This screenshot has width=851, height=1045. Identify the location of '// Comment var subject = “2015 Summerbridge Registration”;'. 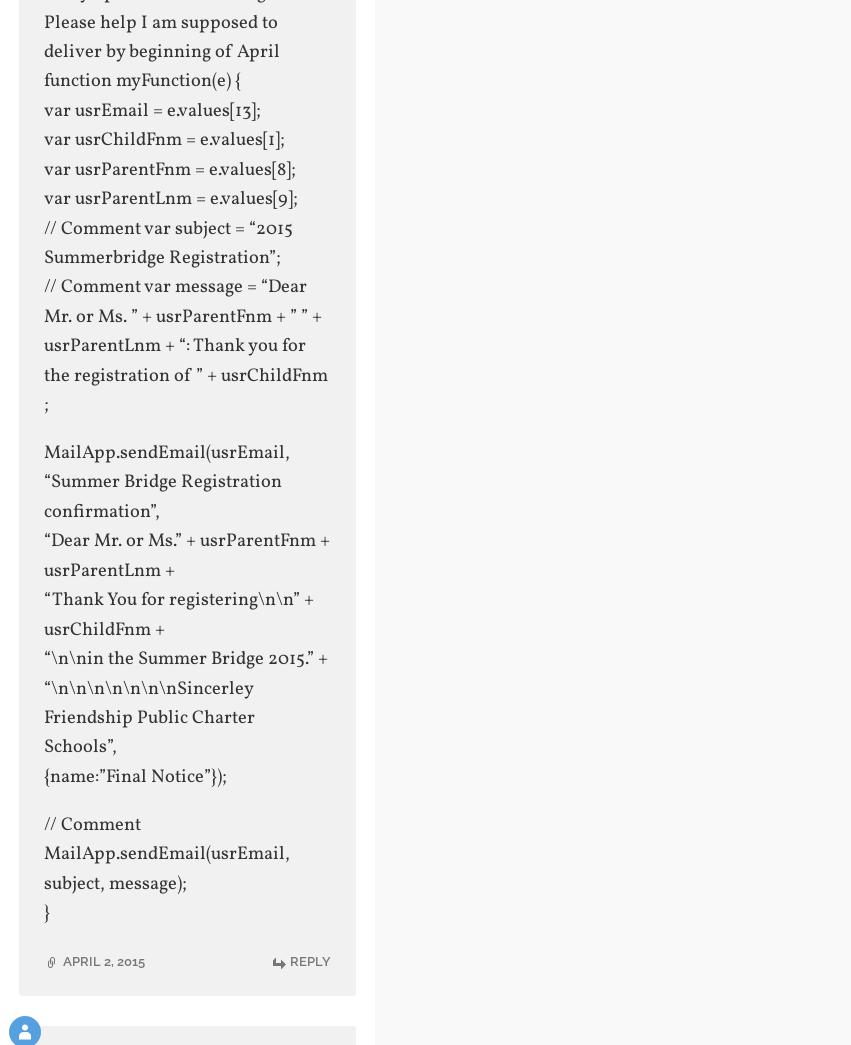
(166, 241).